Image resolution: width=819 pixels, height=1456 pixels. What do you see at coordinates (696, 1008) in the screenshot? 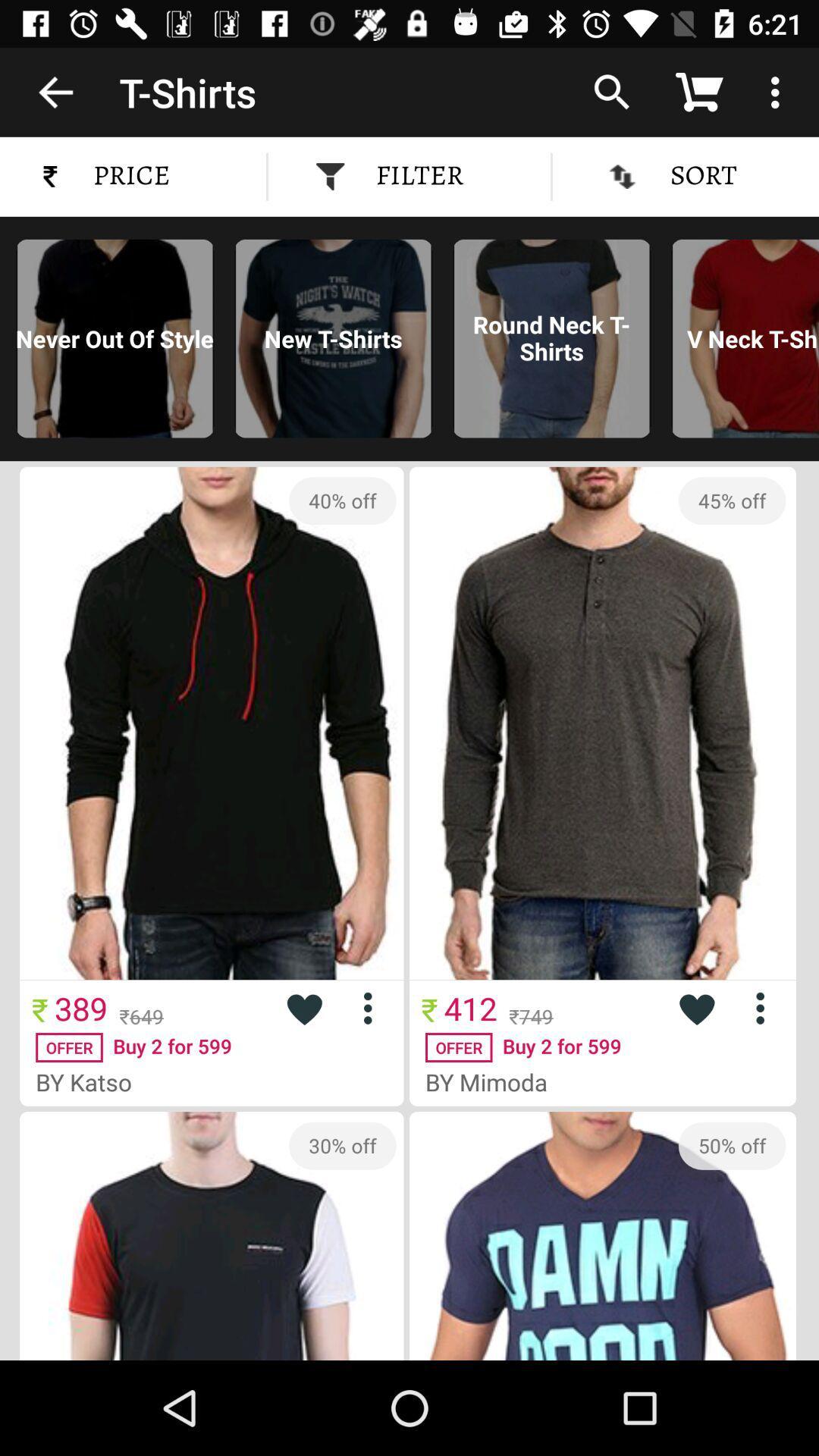
I see `share th like option` at bounding box center [696, 1008].